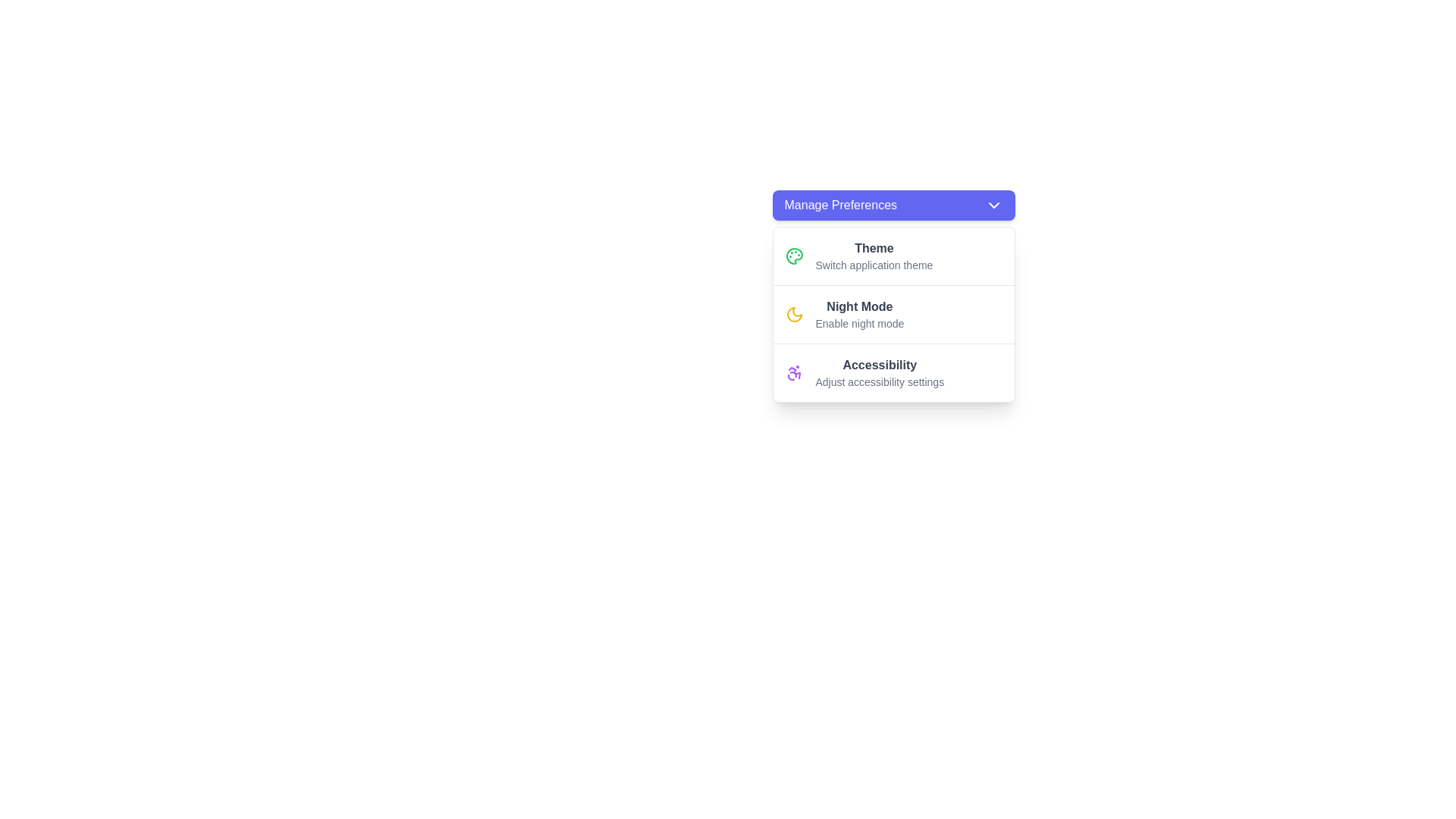  I want to click on the purple accessibility icon with a circular outline and human-like figure located in the lower portion of the dropdown menu, which is the first icon on the line with the text 'Accessibility Adjust accessibility settings', so click(793, 373).